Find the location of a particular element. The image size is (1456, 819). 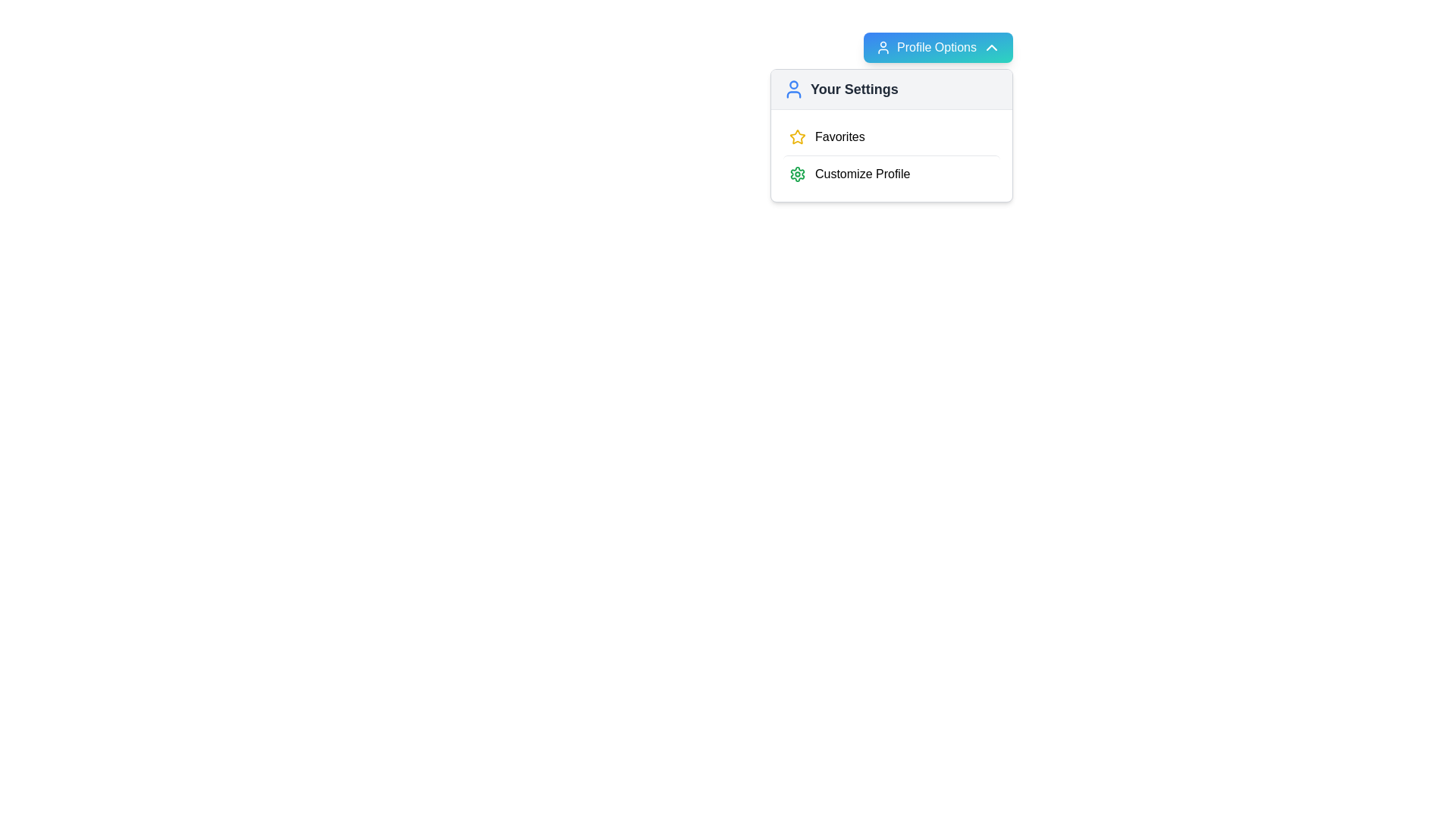

the small circular shape with a blue outline within the user profile icon, which is located at the top-left corner of the dropdown settings menu next to 'Your Settings' is located at coordinates (792, 85).